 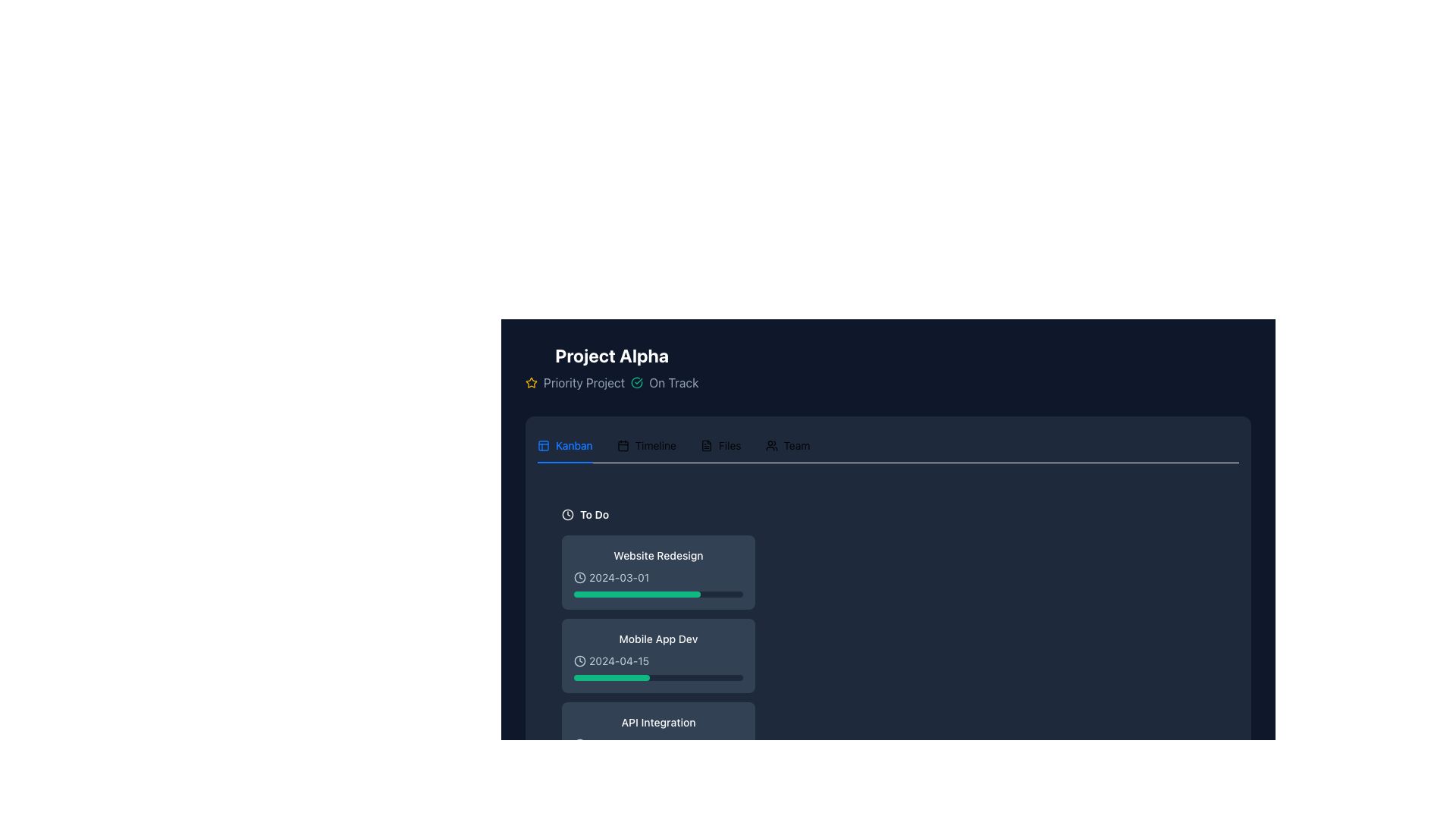 What do you see at coordinates (787, 444) in the screenshot?
I see `the fourth tab in the horizontal tab bar, located to the right of the 'Files' tab` at bounding box center [787, 444].